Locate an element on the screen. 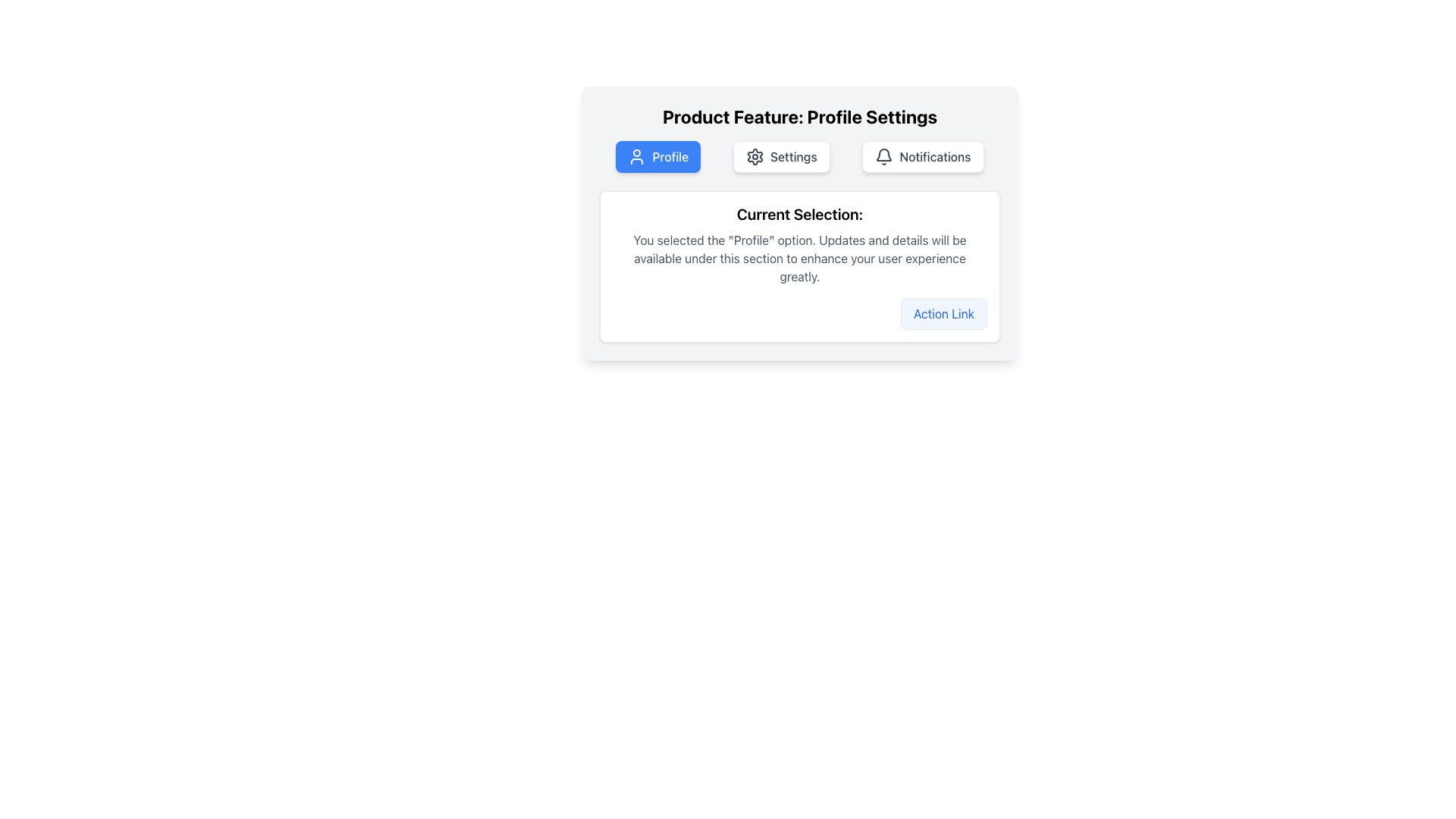  the Button-like link located in the bottom-right corner of the Profile Settings modal is located at coordinates (943, 312).